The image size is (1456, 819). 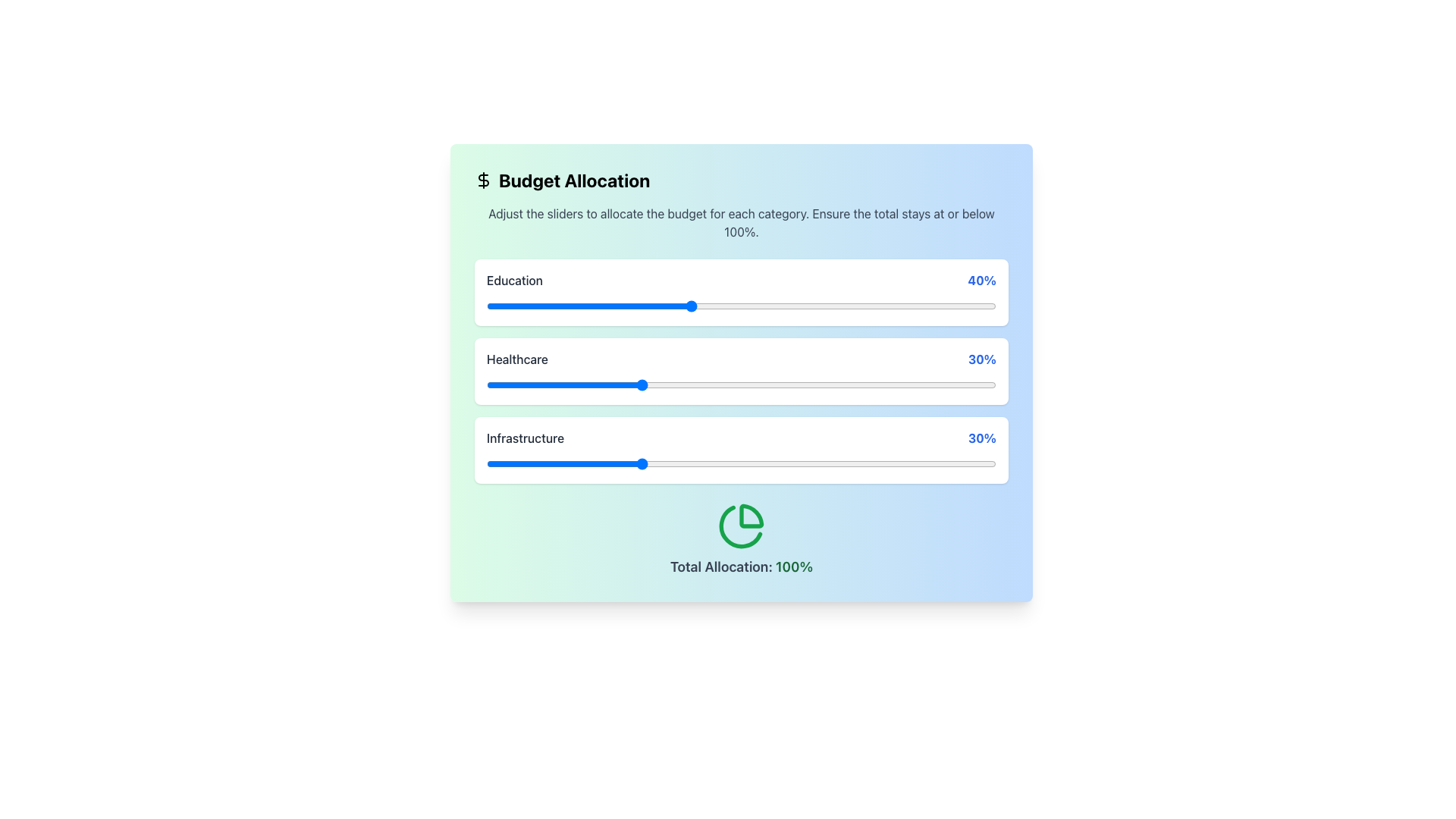 What do you see at coordinates (949, 463) in the screenshot?
I see `the infrastructure budget slider` at bounding box center [949, 463].